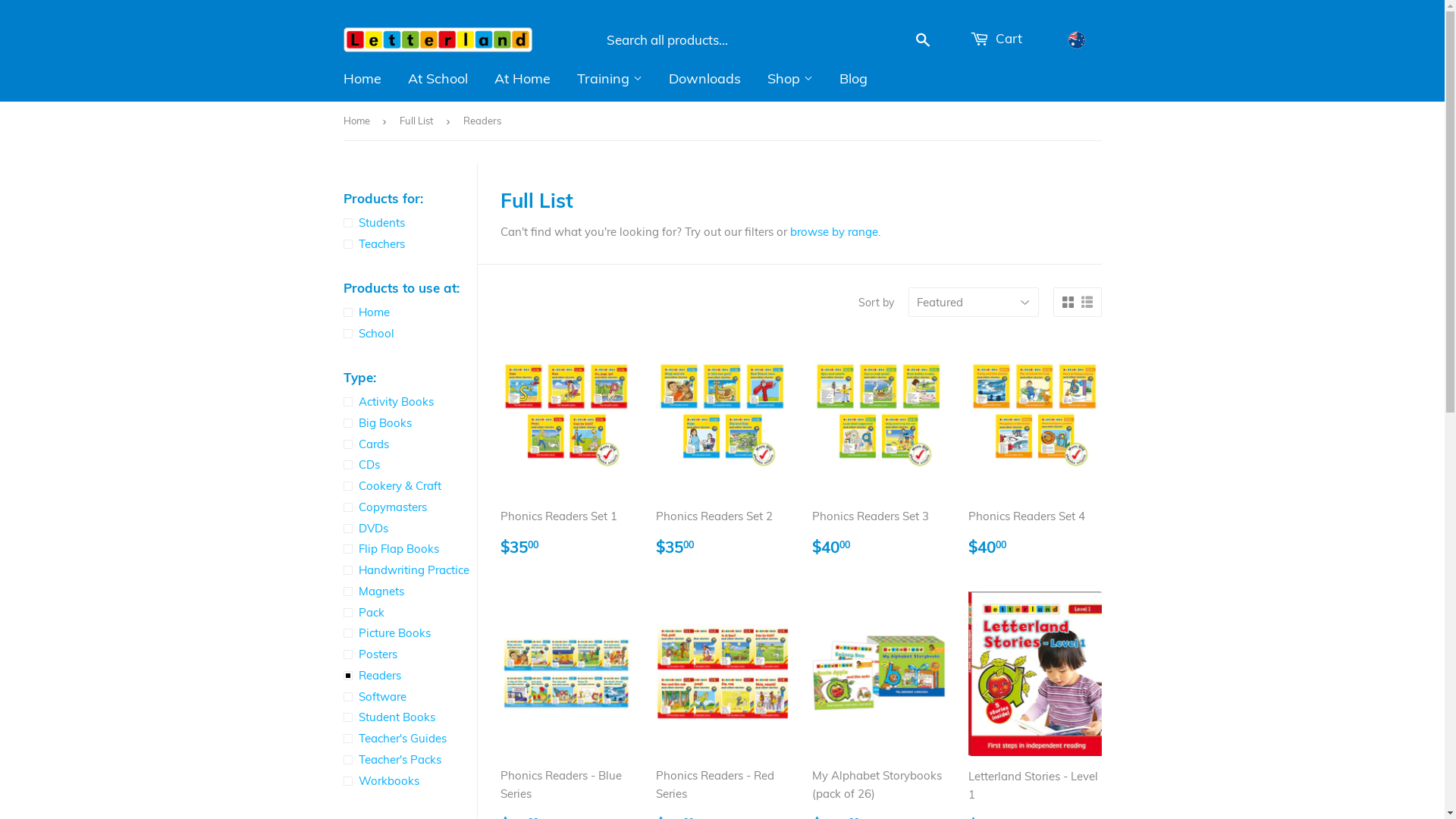 Image resolution: width=1456 pixels, height=819 pixels. I want to click on 'Workbooks', so click(341, 780).